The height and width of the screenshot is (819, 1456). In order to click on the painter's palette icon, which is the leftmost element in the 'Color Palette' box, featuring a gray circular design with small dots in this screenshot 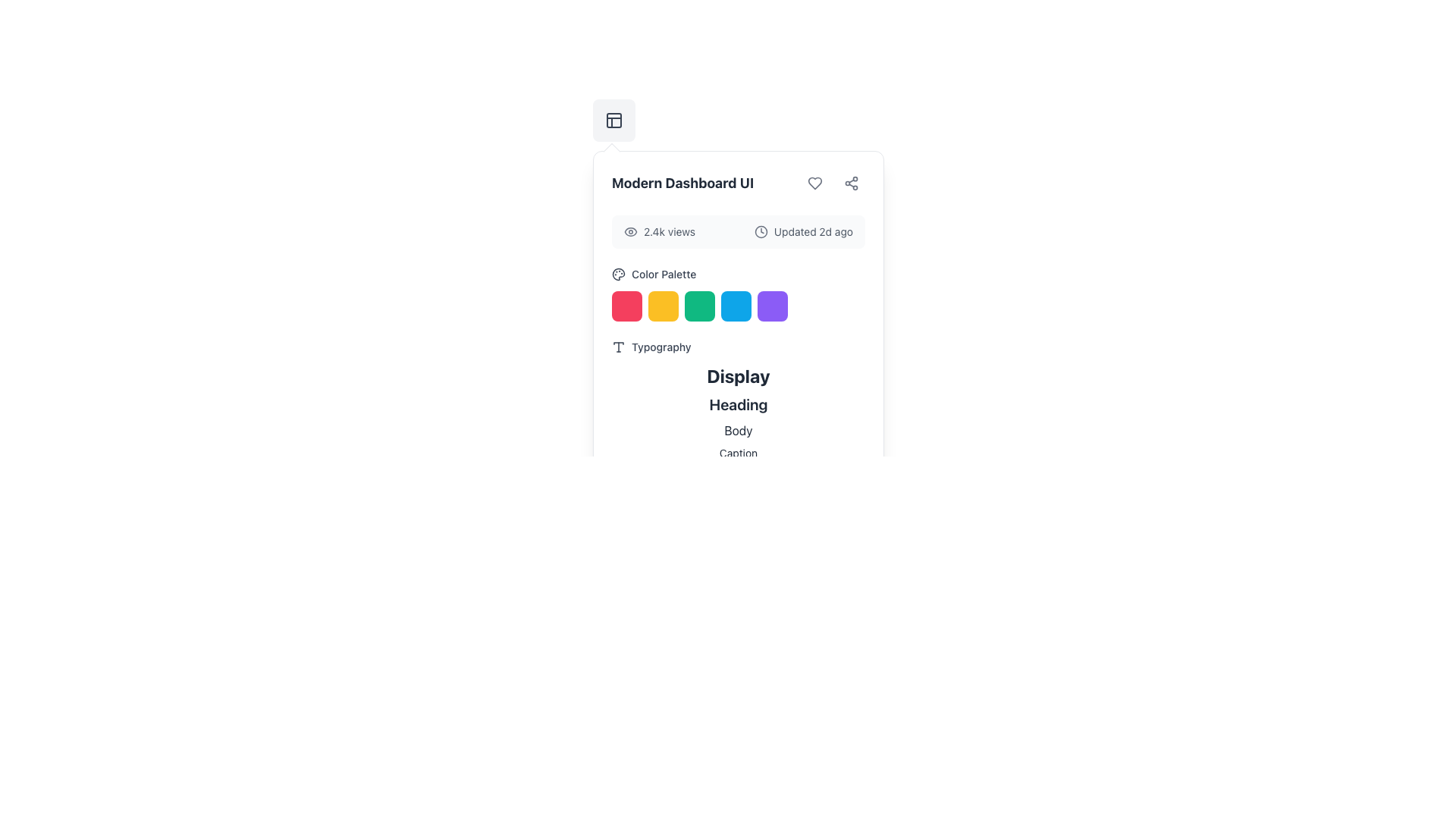, I will do `click(619, 275)`.